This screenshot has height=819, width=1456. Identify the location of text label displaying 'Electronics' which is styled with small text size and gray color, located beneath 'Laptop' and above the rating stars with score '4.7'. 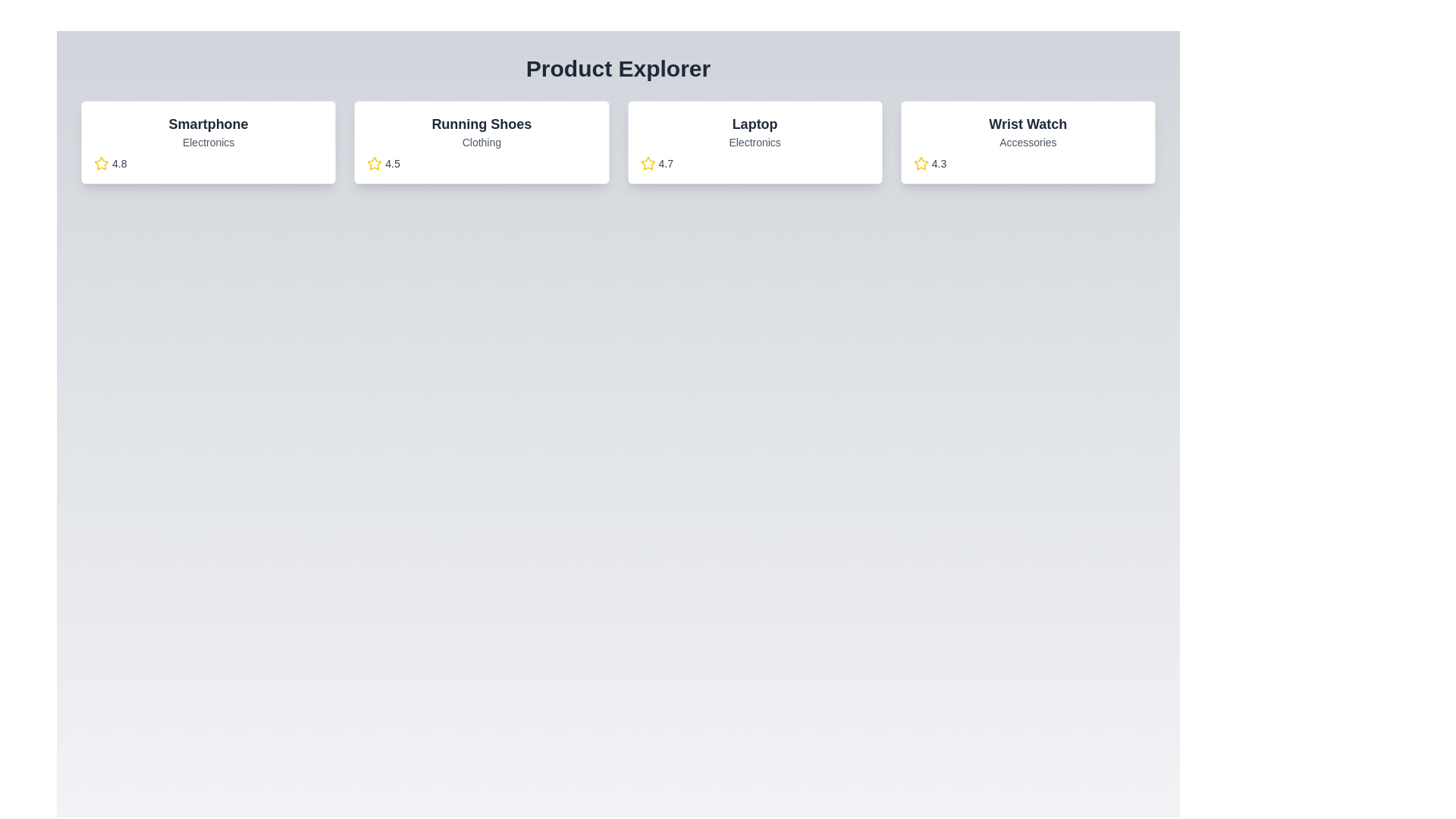
(755, 143).